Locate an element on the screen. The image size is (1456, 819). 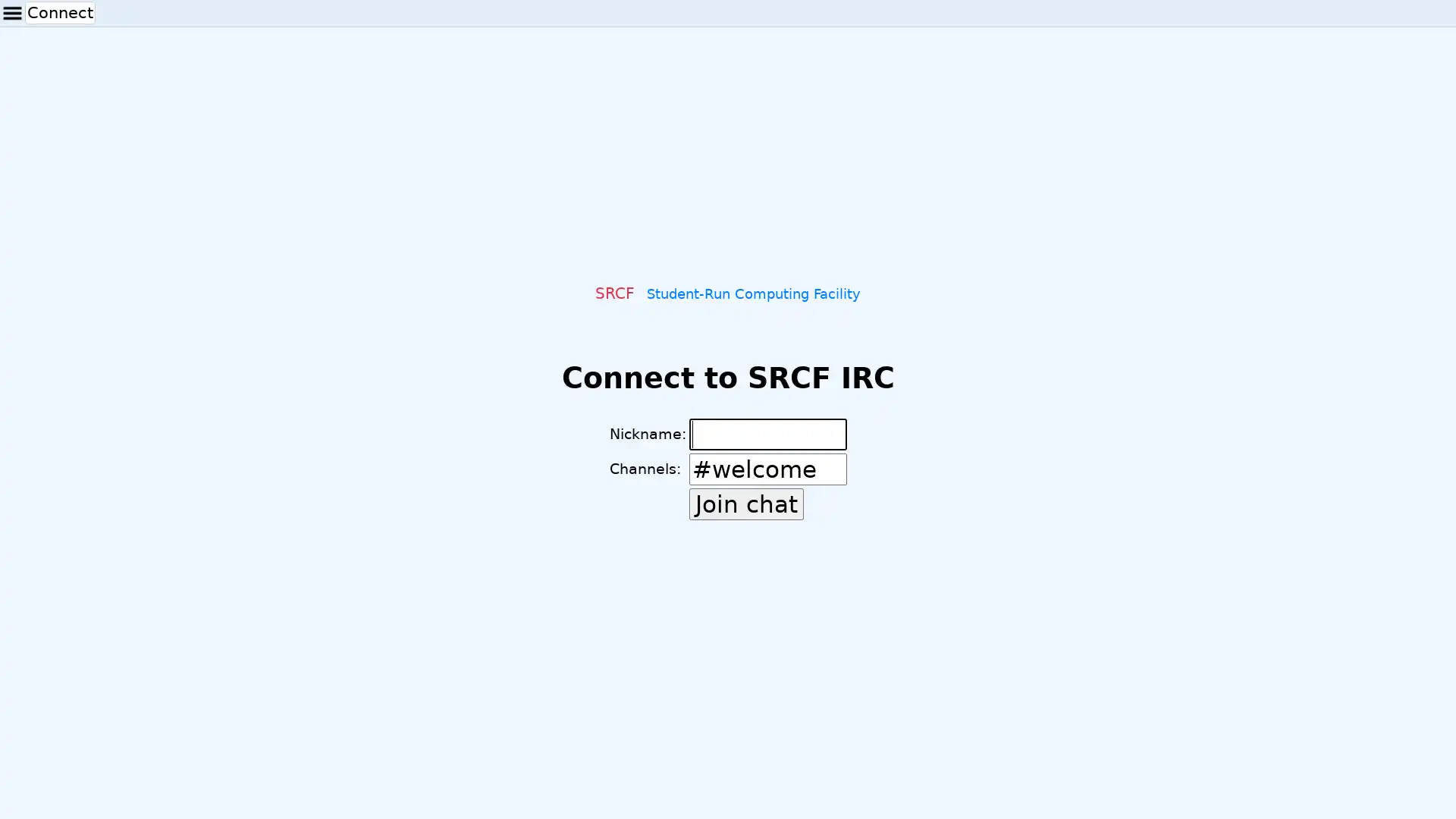
Join chat is located at coordinates (745, 503).